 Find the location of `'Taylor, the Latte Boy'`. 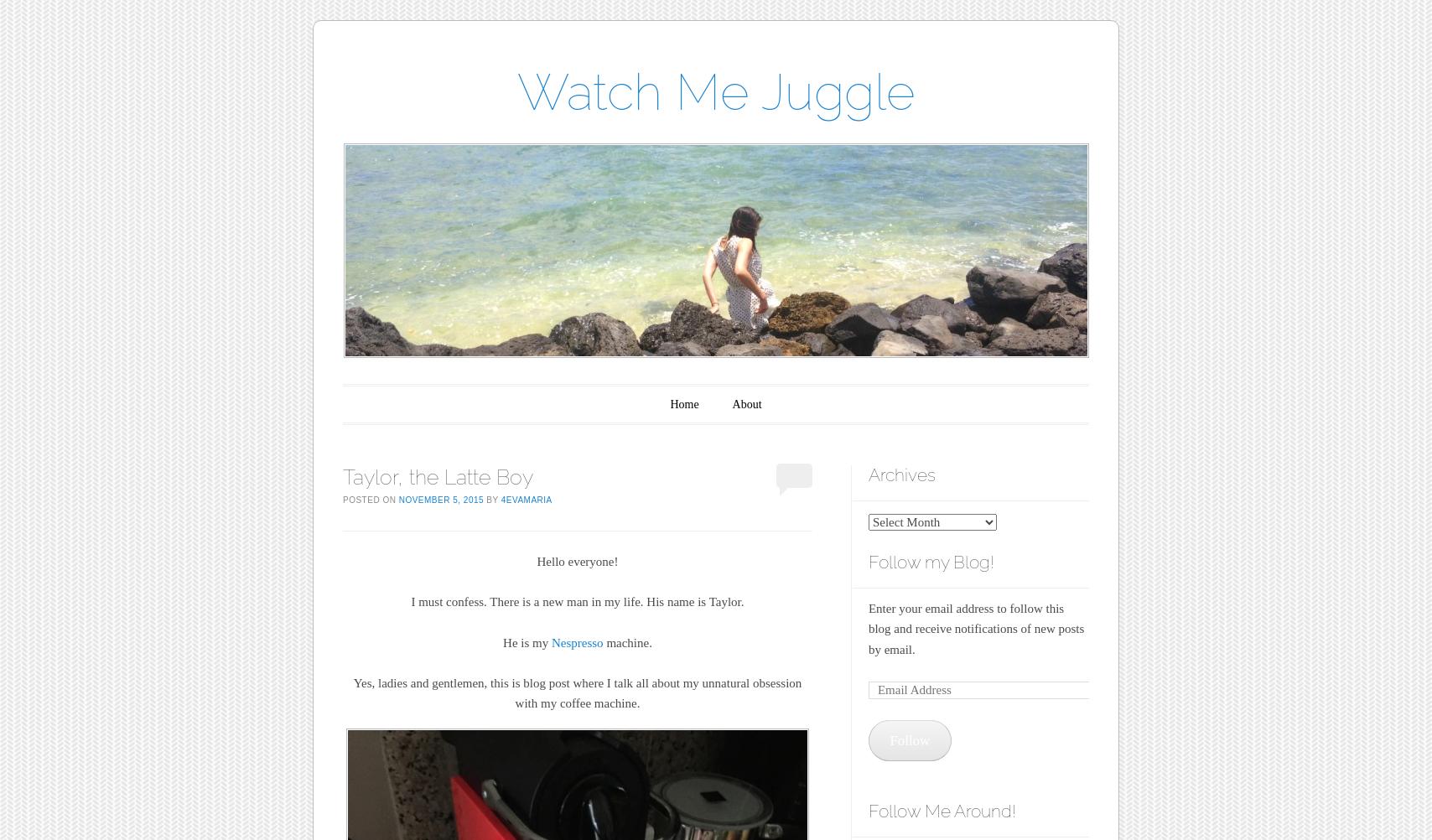

'Taylor, the Latte Boy' is located at coordinates (438, 477).